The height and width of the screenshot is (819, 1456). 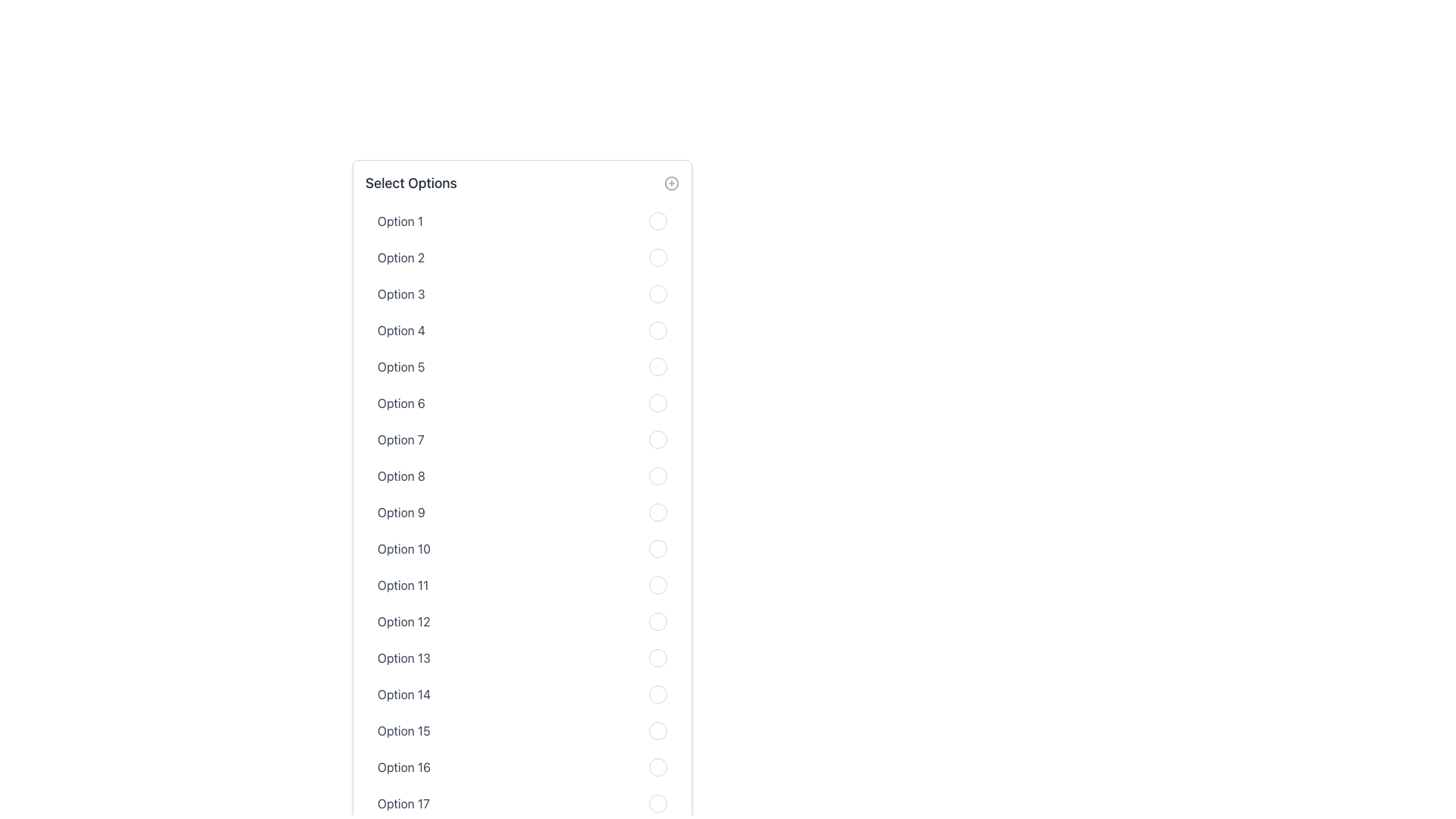 What do you see at coordinates (658, 767) in the screenshot?
I see `the radio button located to the immediate right of the text 'Option 16'` at bounding box center [658, 767].